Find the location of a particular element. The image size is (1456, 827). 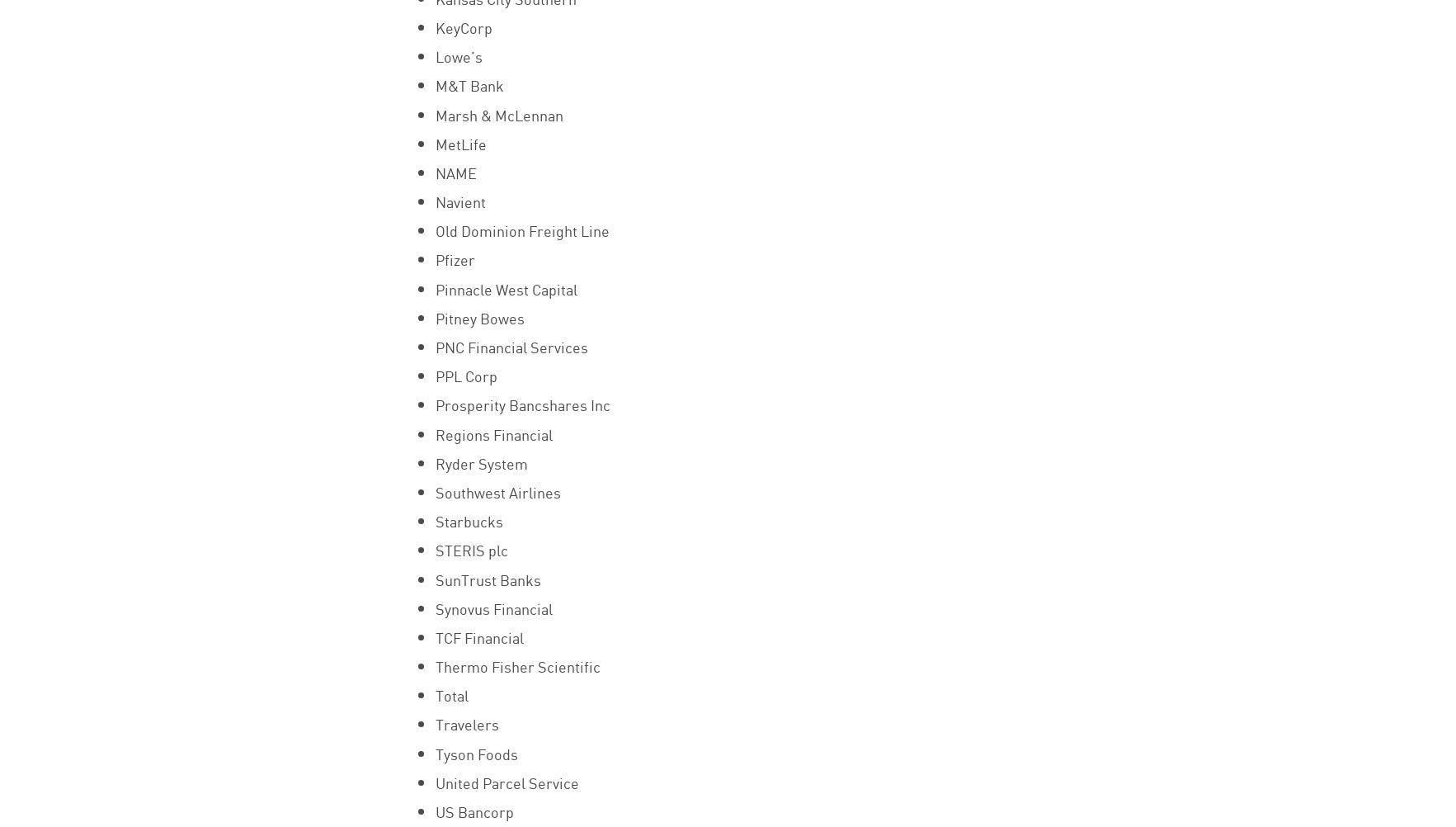

'TCF Financial' is located at coordinates (434, 636).